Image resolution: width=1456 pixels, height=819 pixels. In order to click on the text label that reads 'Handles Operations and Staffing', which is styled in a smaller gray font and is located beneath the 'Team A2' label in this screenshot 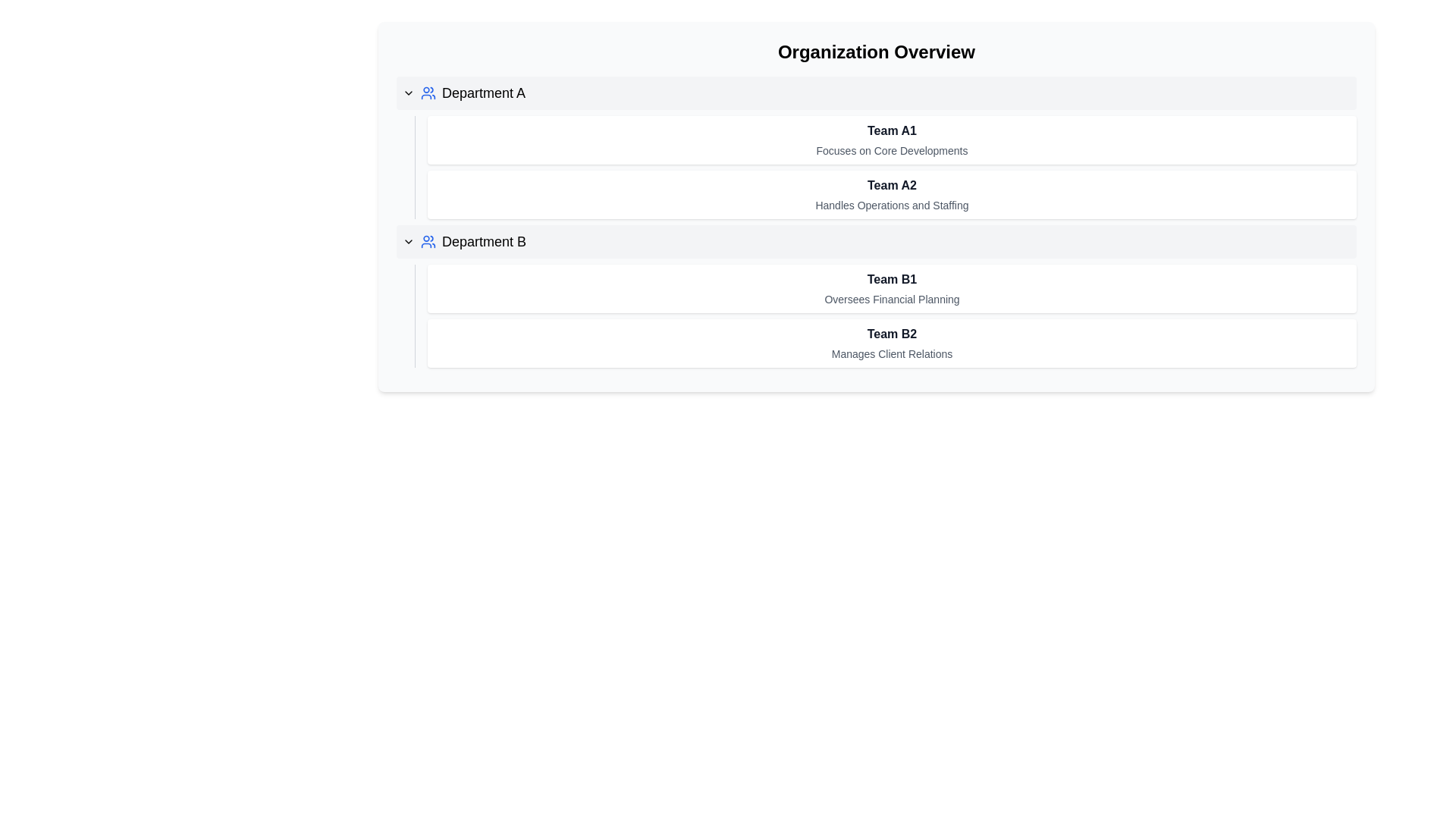, I will do `click(892, 205)`.